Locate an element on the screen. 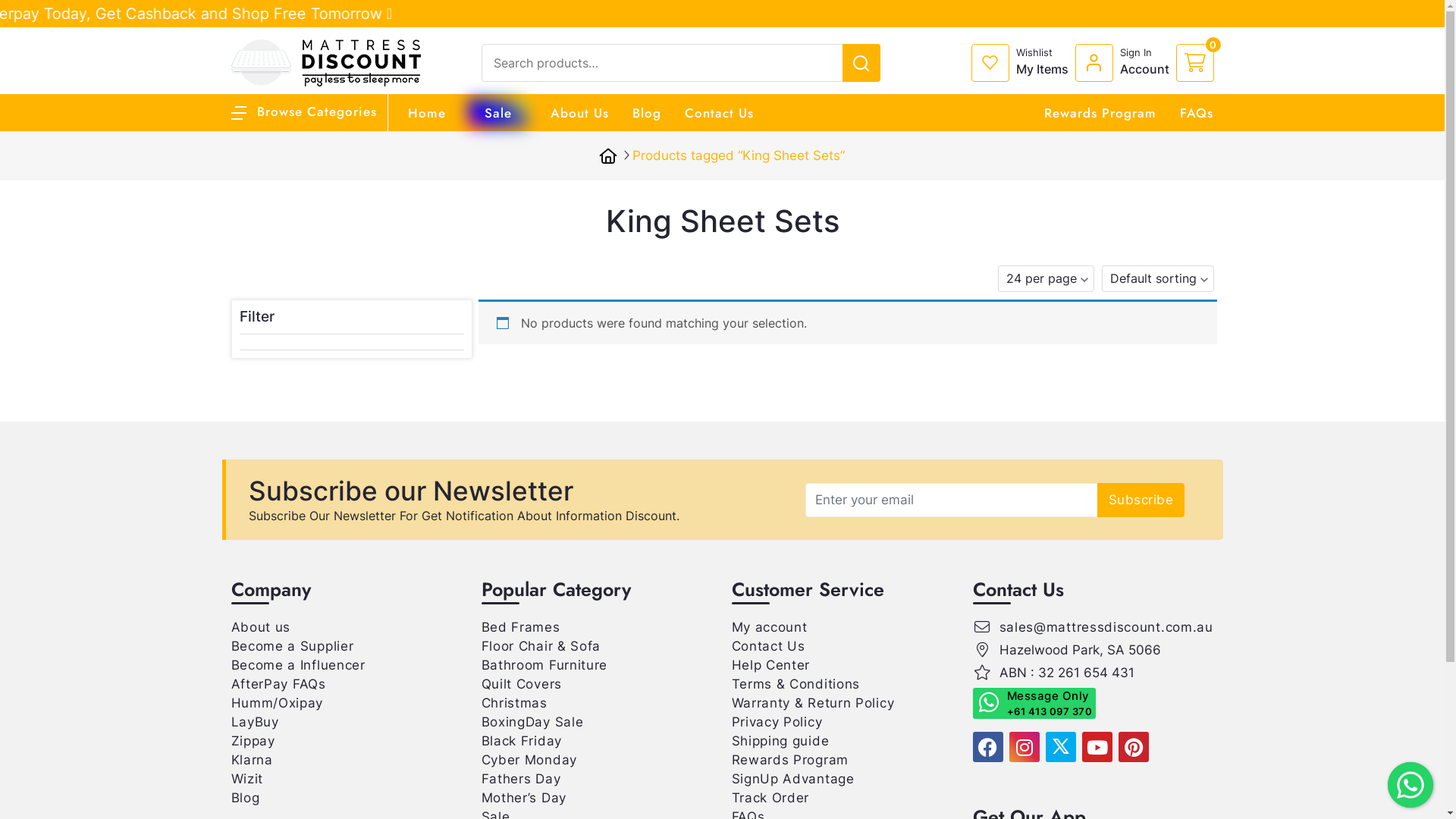 The height and width of the screenshot is (819, 1456). 'BoxingDay Sale' is located at coordinates (479, 721).